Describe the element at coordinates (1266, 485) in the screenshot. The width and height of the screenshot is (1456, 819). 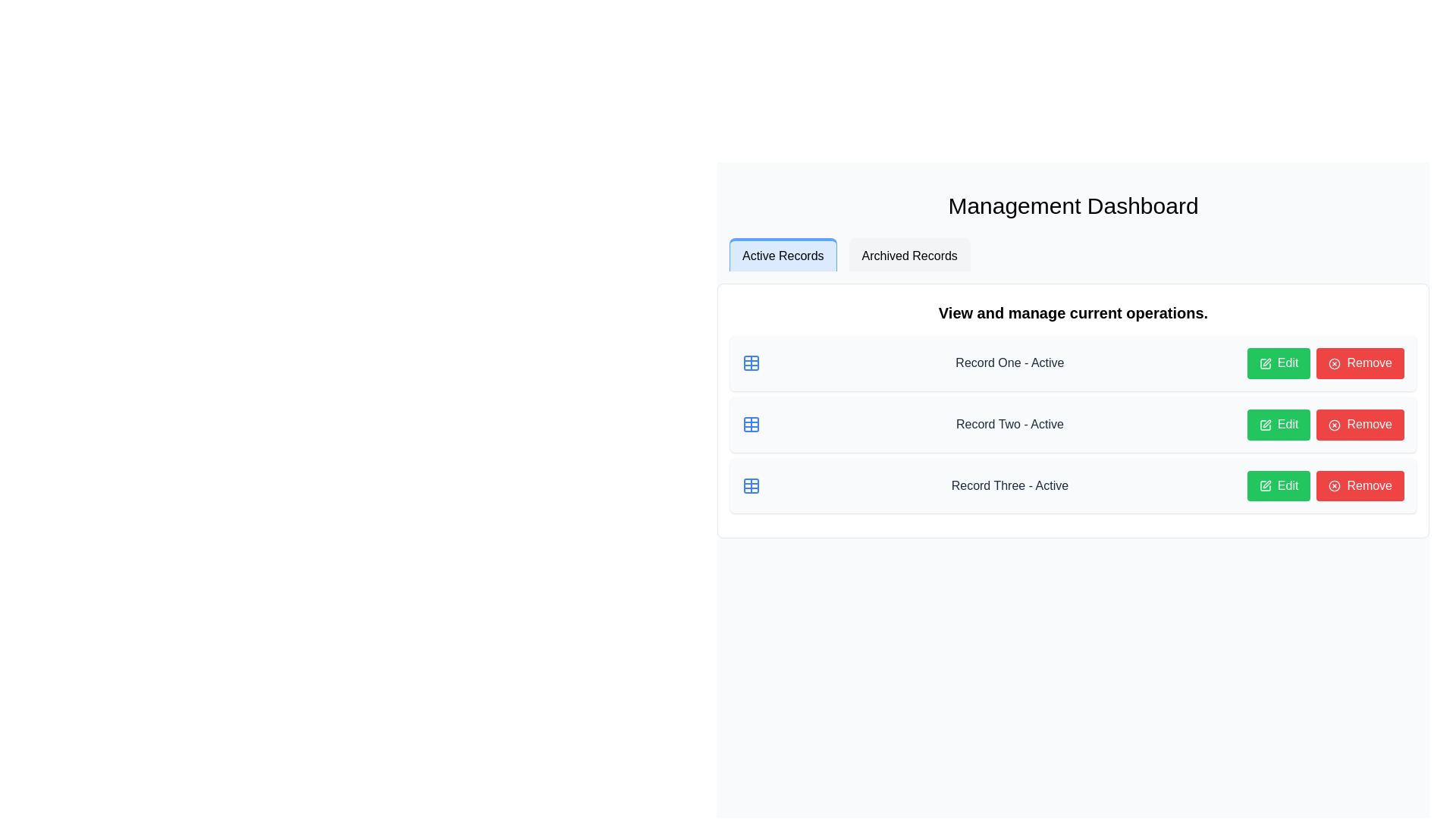
I see `the pen-shaped graphical icon in the third row of the list for 'Record Three - Active', which represents an editing action` at that location.